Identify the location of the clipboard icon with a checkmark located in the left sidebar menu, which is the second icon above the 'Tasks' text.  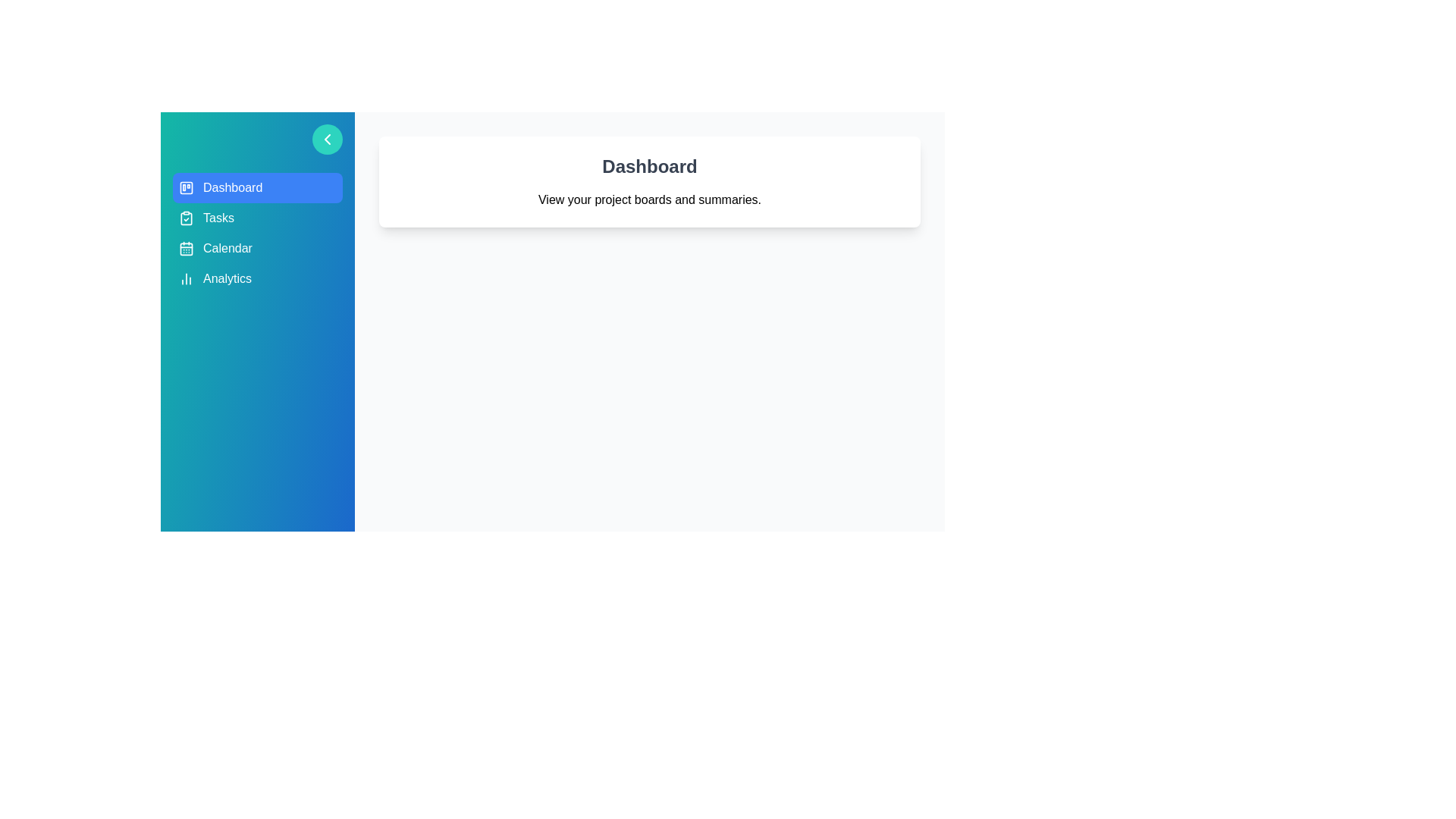
(185, 218).